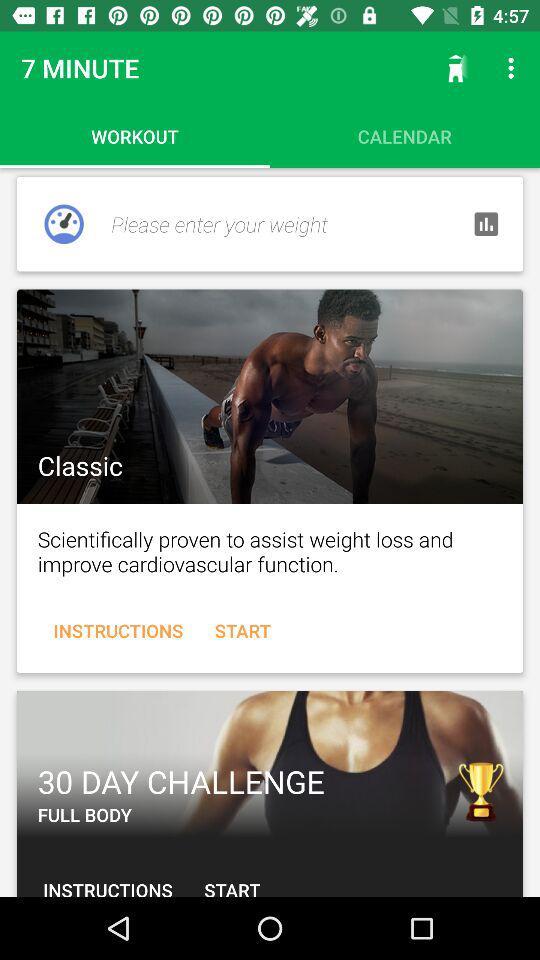  Describe the element at coordinates (270, 763) in the screenshot. I see `30 day challenge` at that location.